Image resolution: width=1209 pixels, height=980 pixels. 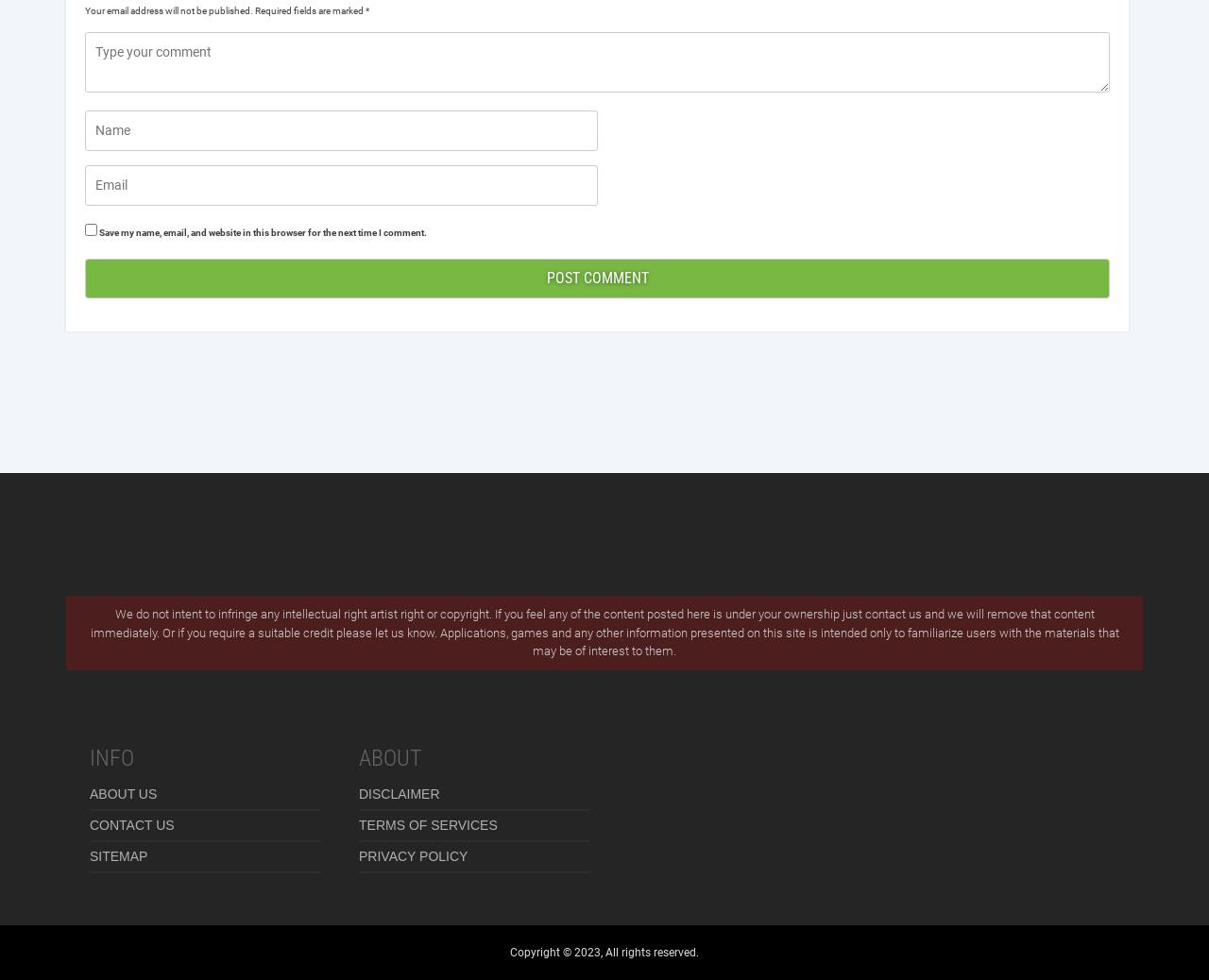 I want to click on 'INFO', so click(x=88, y=756).